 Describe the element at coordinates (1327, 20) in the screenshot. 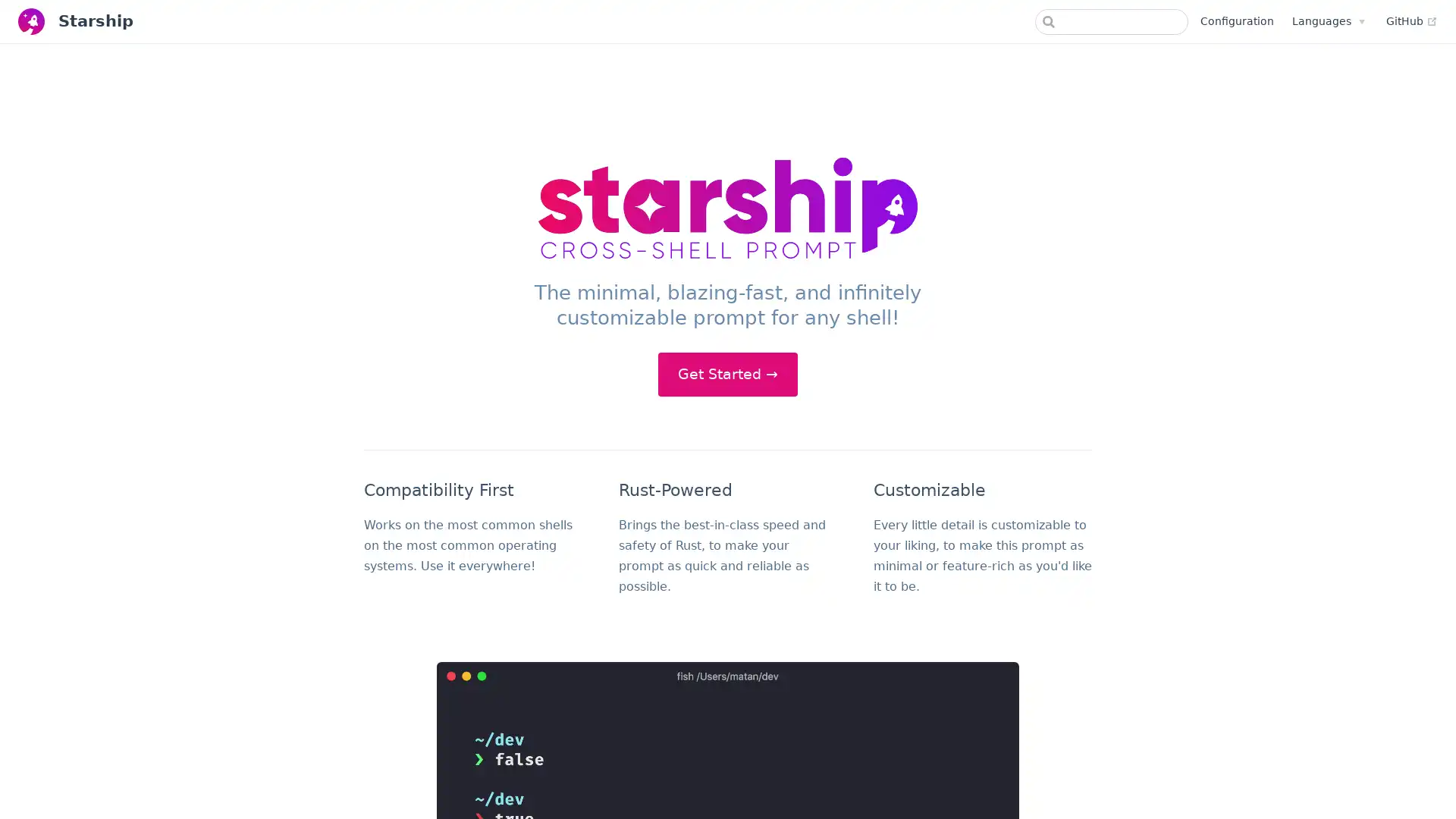

I see `Select language` at that location.